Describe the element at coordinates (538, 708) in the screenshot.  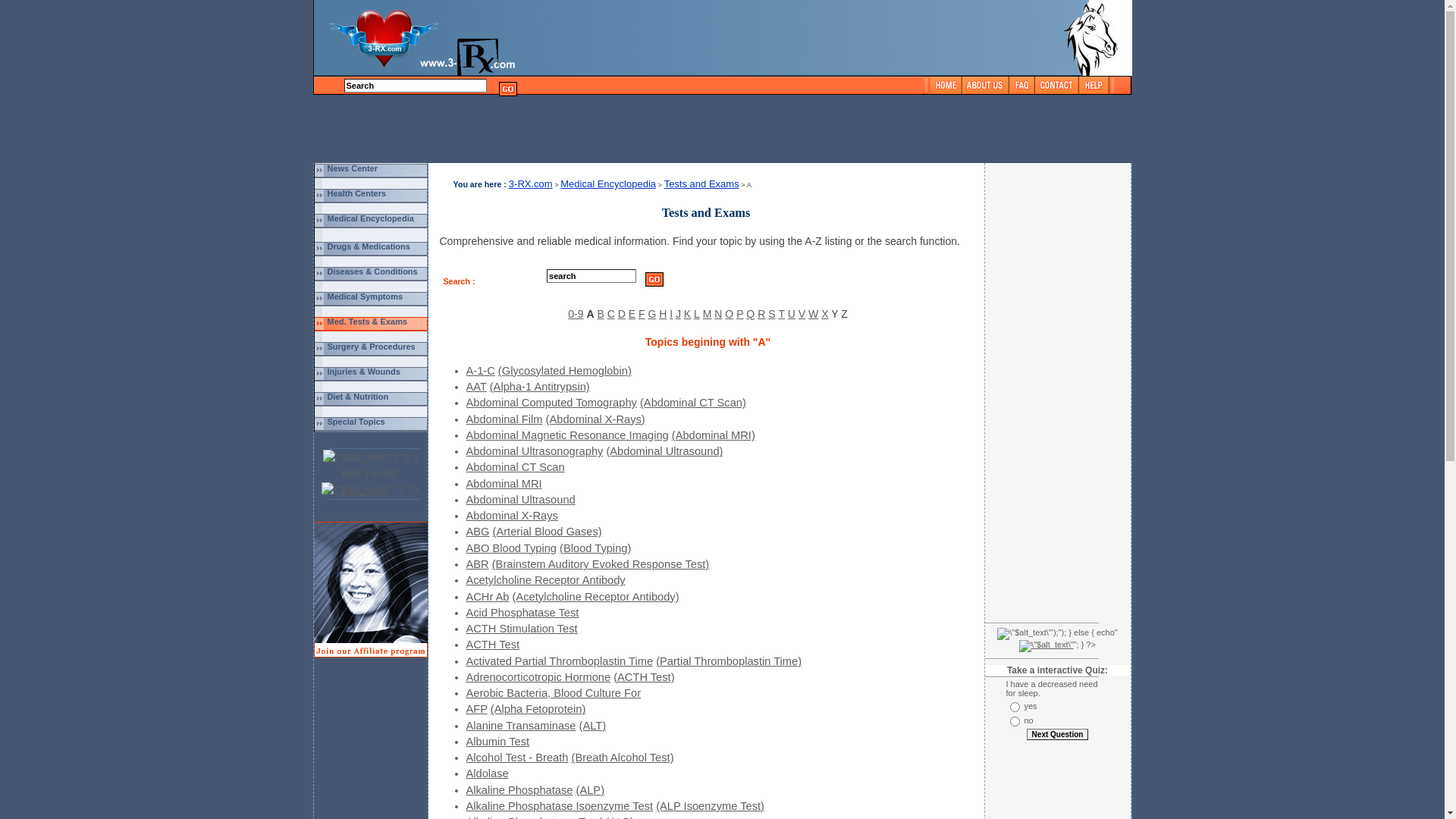
I see `'(Alpha Fetoprotein)'` at that location.